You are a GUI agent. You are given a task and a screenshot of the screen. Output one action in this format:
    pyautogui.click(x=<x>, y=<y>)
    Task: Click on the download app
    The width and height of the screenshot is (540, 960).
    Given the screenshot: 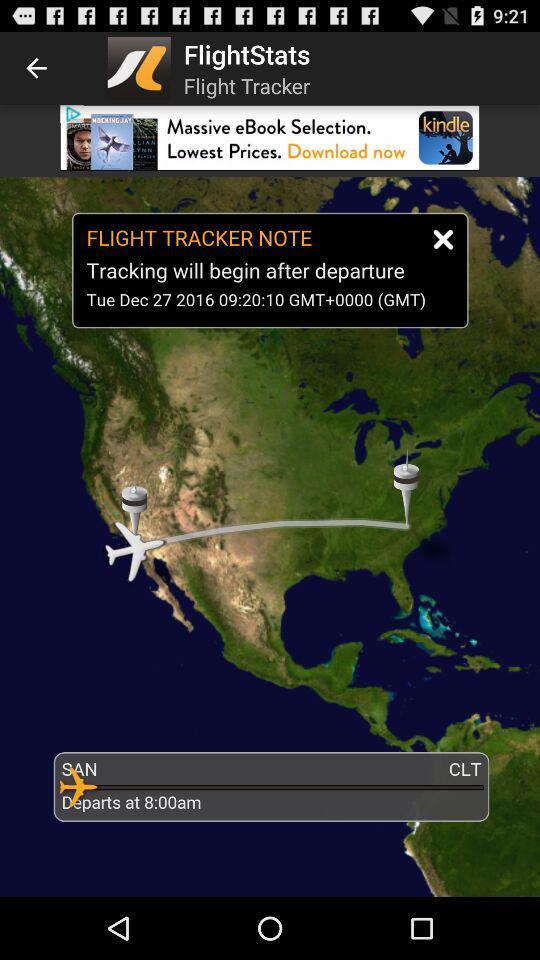 What is the action you would take?
    pyautogui.click(x=270, y=136)
    